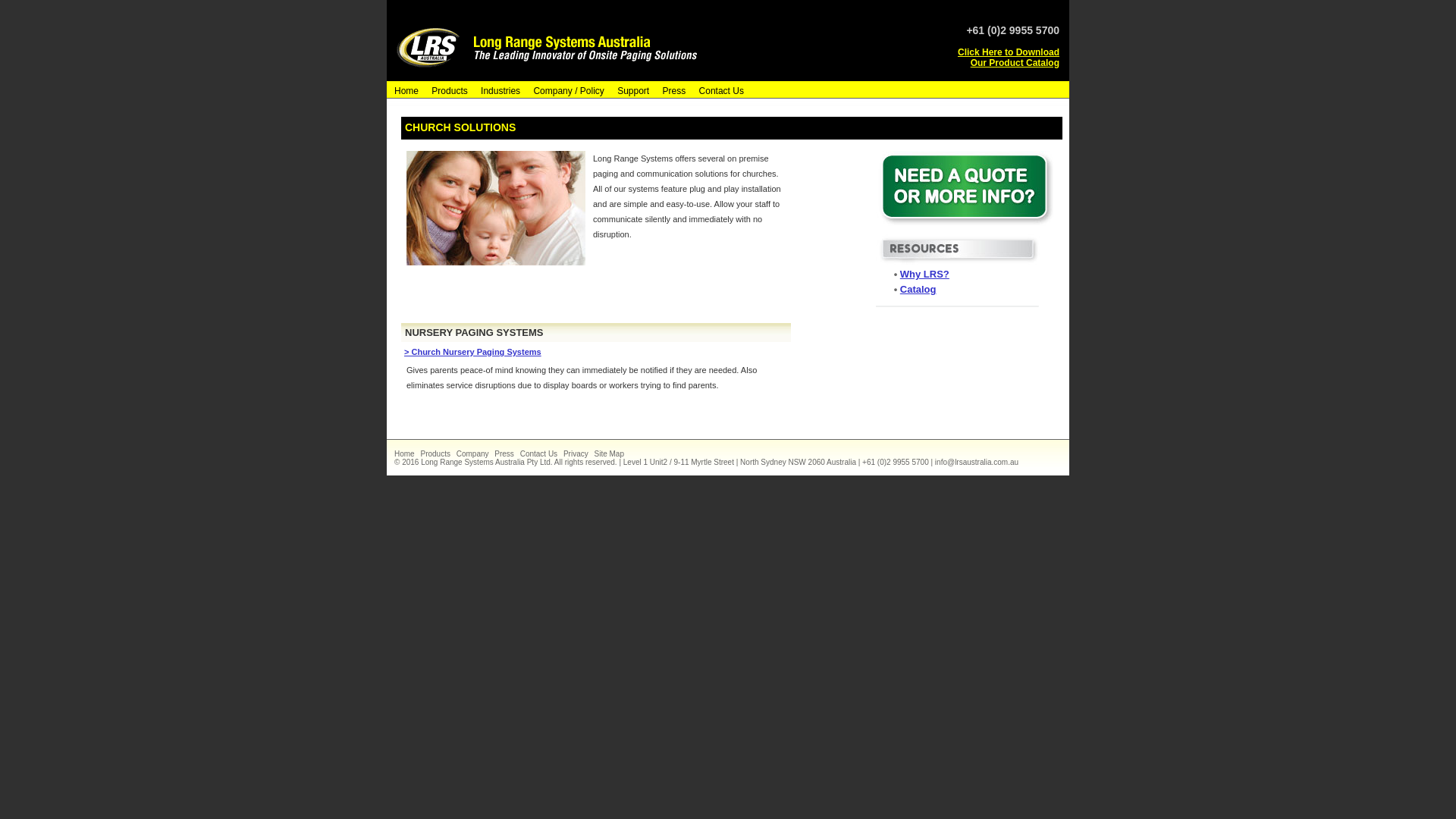  Describe the element at coordinates (419, 452) in the screenshot. I see `'Products'` at that location.